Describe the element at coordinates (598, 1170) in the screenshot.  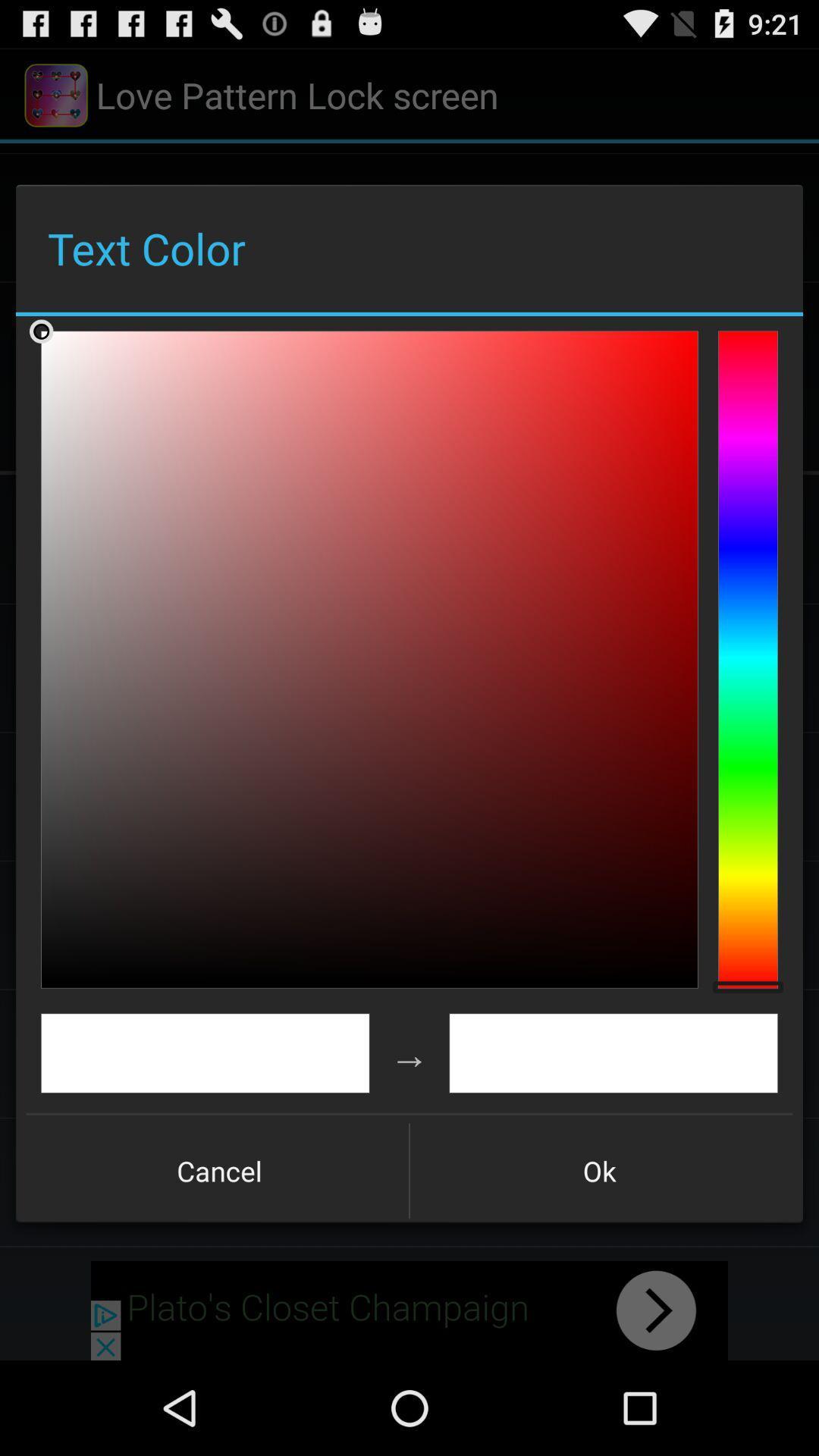
I see `ok item` at that location.